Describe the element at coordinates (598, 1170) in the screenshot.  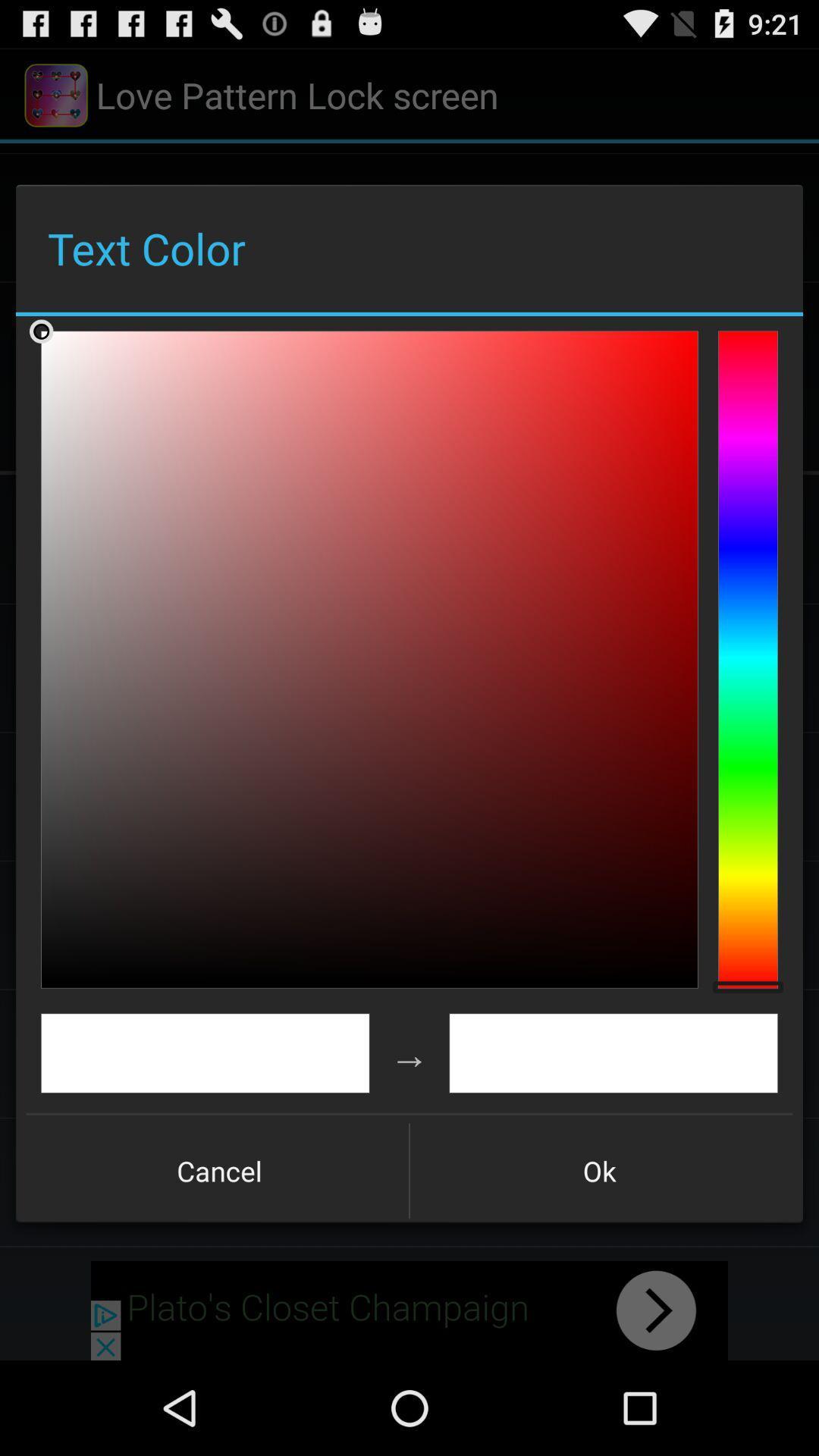
I see `ok item` at that location.